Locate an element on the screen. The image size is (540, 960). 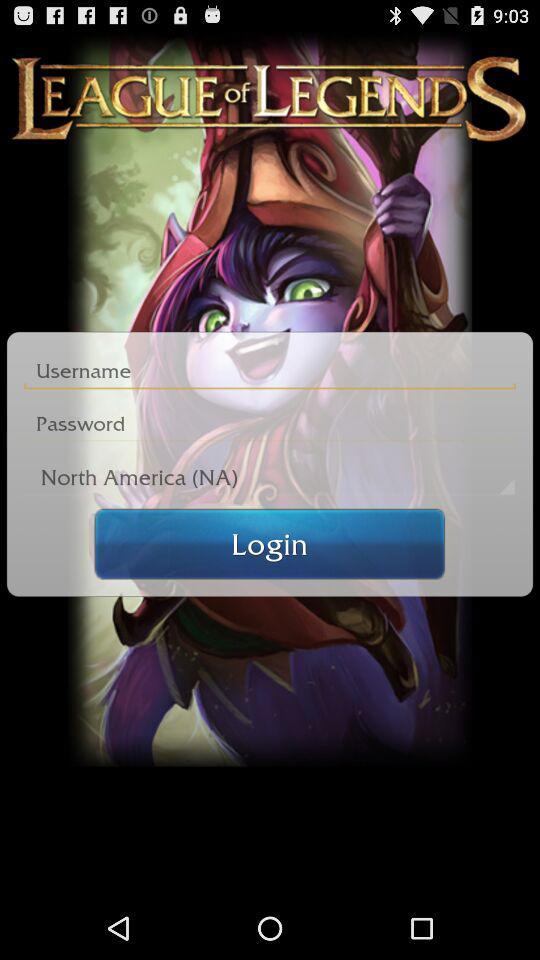
login button is located at coordinates (269, 543).